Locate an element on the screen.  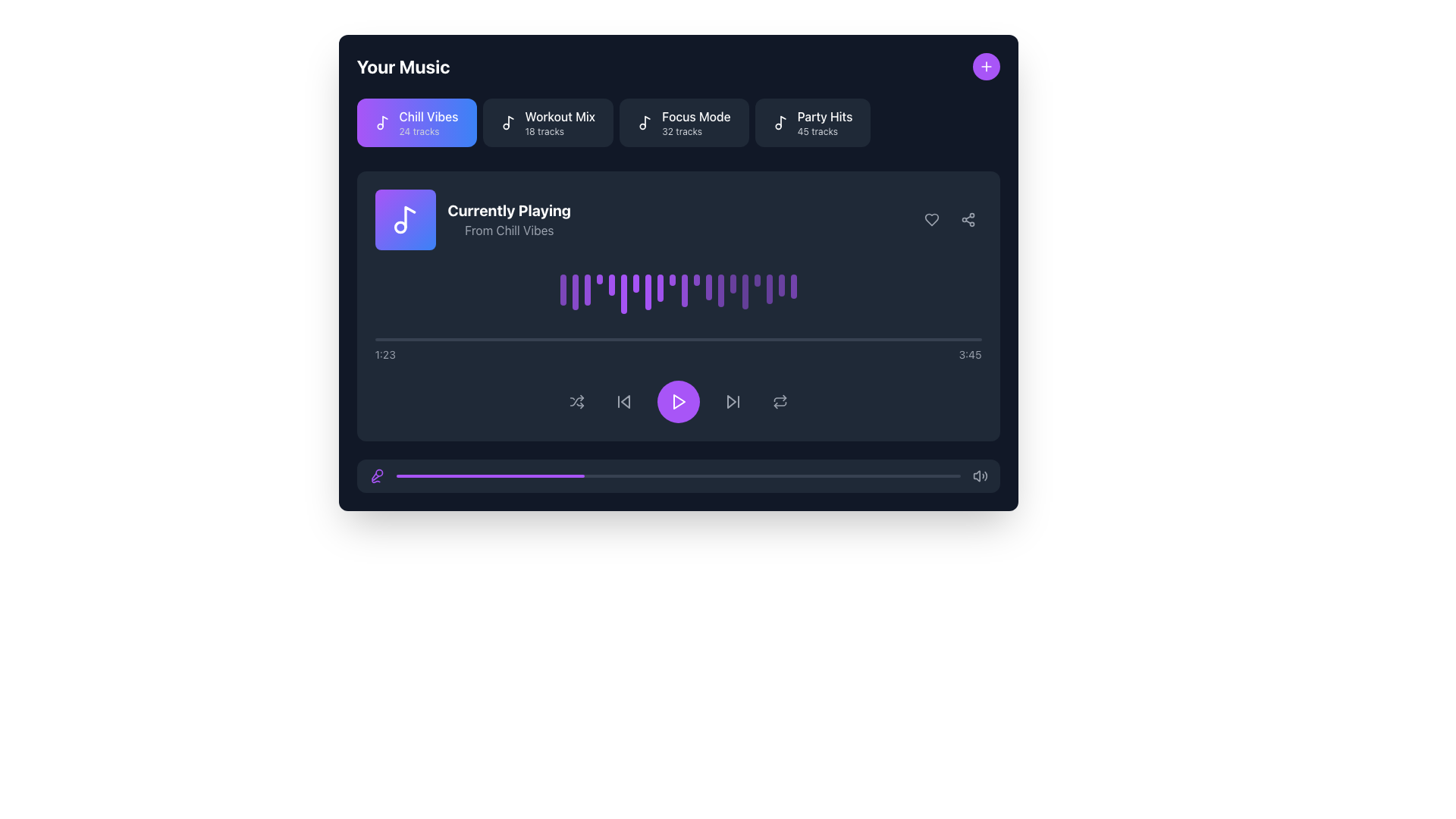
the music progress bar is located at coordinates (610, 475).